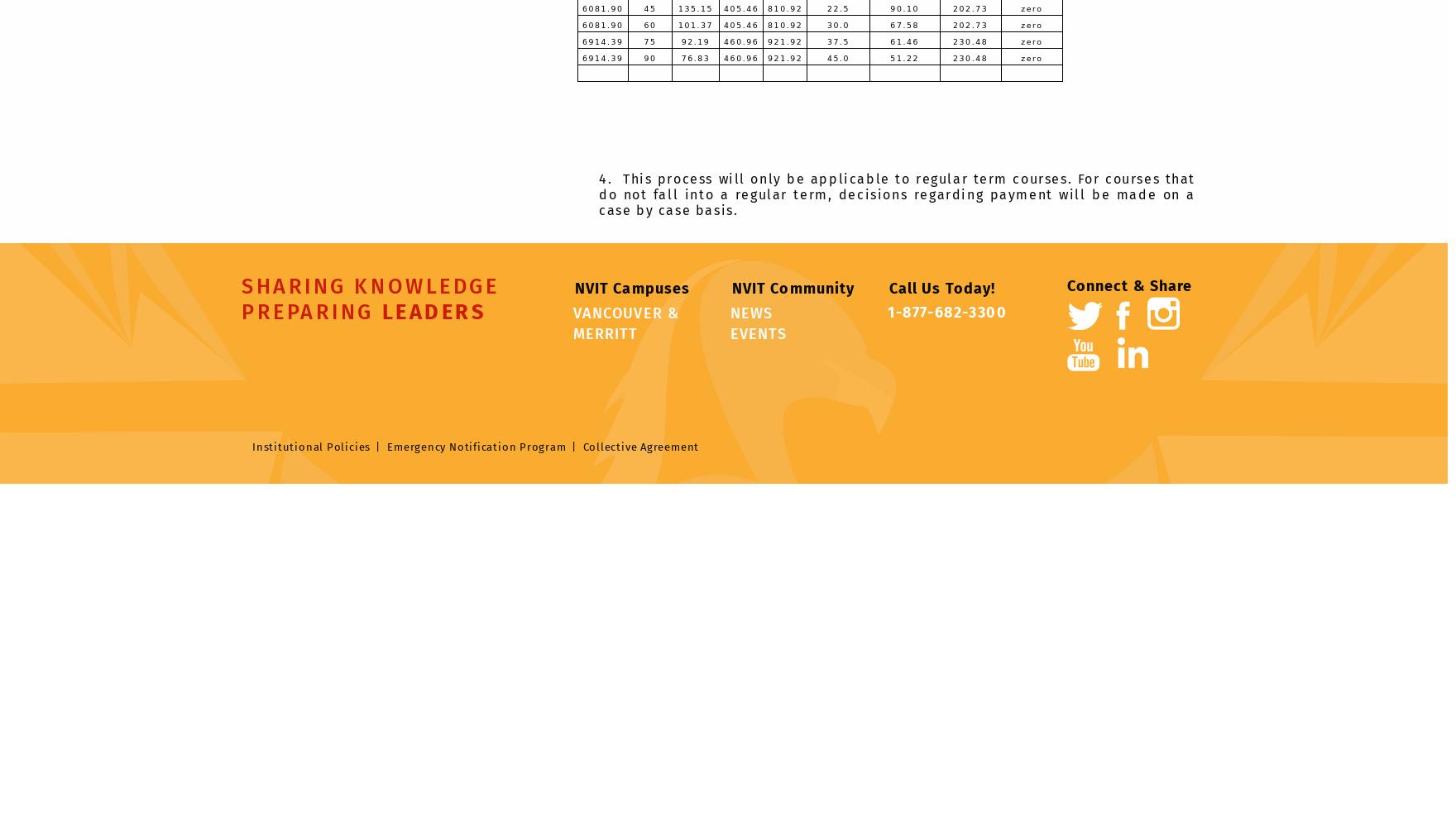  I want to click on 'Emergency Notification Program', so click(477, 446).